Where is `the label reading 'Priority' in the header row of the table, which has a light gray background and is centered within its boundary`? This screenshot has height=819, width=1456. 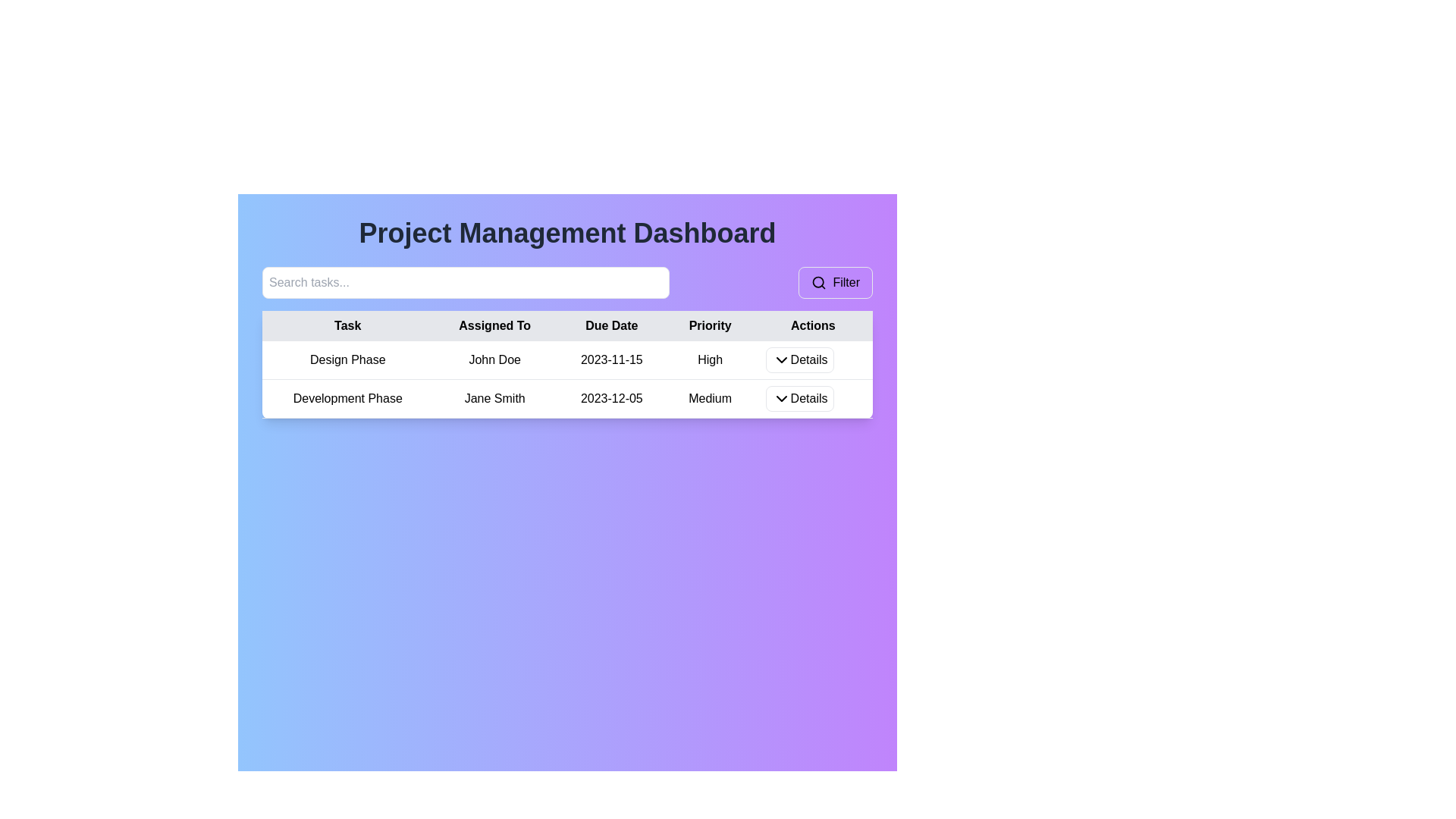 the label reading 'Priority' in the header row of the table, which has a light gray background and is centered within its boundary is located at coordinates (709, 325).